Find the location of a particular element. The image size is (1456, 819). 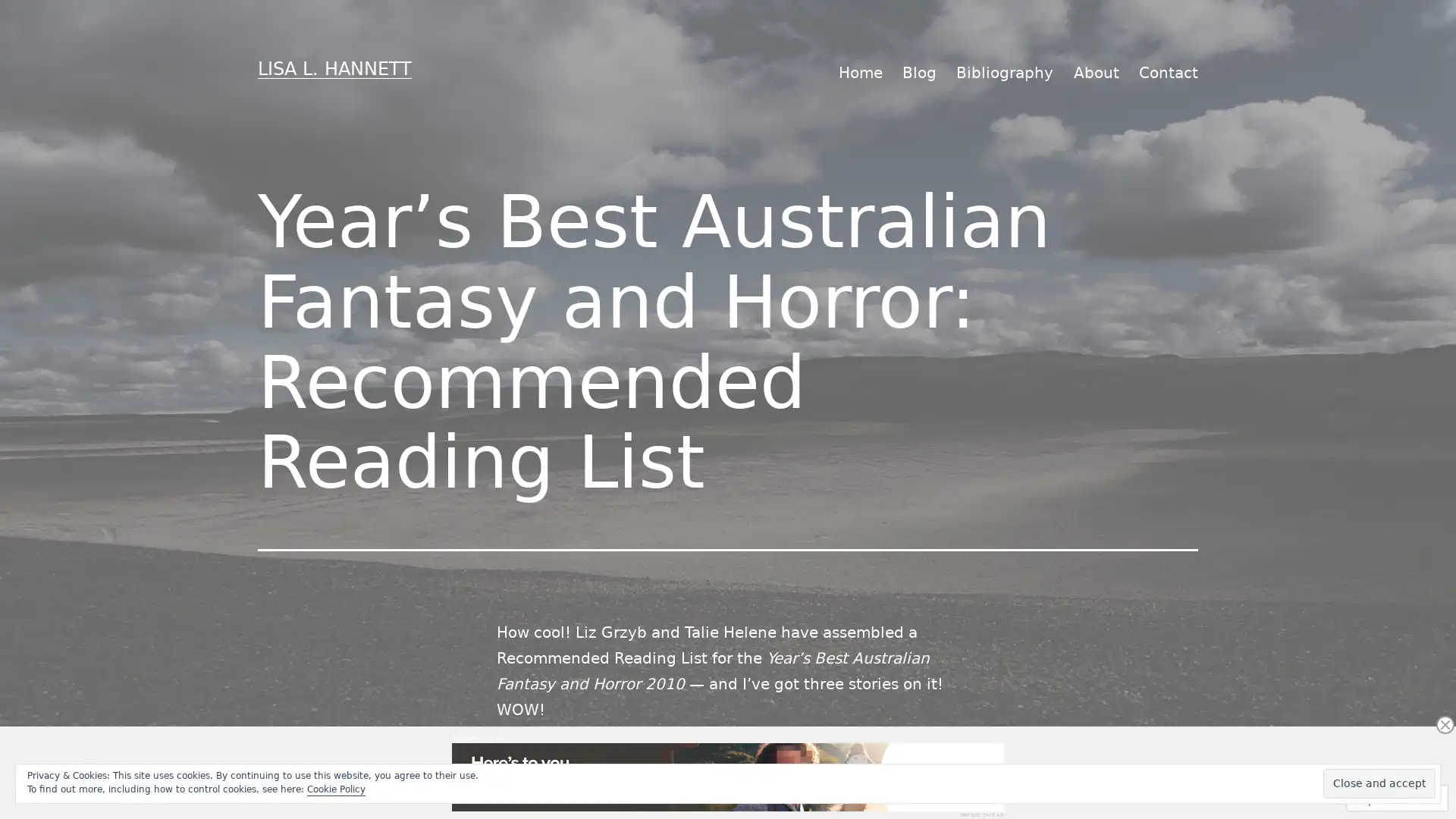

Close and accept is located at coordinates (1379, 783).